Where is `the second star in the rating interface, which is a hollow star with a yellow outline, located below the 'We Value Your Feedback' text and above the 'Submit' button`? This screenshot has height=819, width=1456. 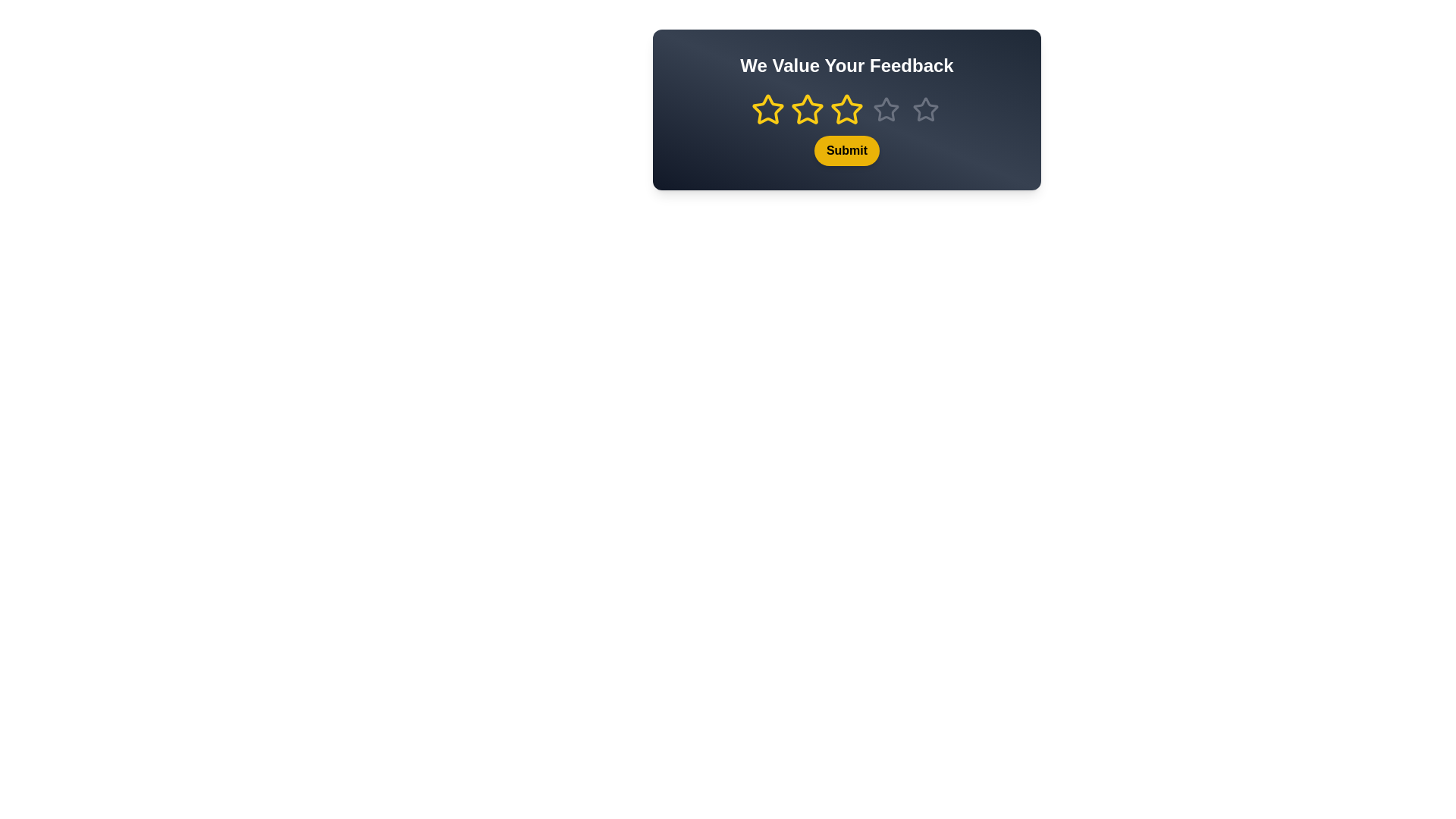
the second star in the rating interface, which is a hollow star with a yellow outline, located below the 'We Value Your Feedback' text and above the 'Submit' button is located at coordinates (846, 108).